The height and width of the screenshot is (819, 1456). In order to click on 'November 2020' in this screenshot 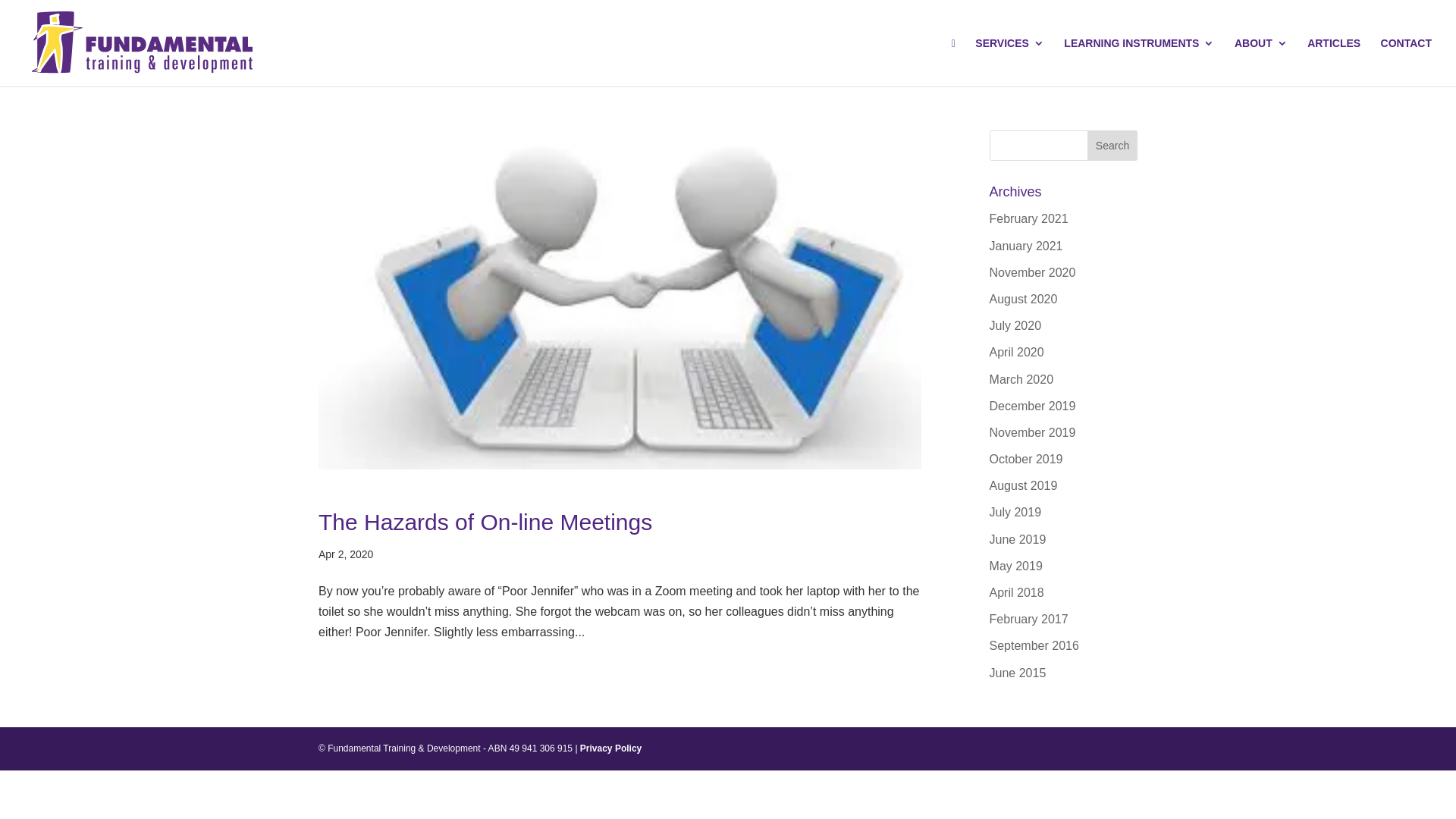, I will do `click(1032, 271)`.